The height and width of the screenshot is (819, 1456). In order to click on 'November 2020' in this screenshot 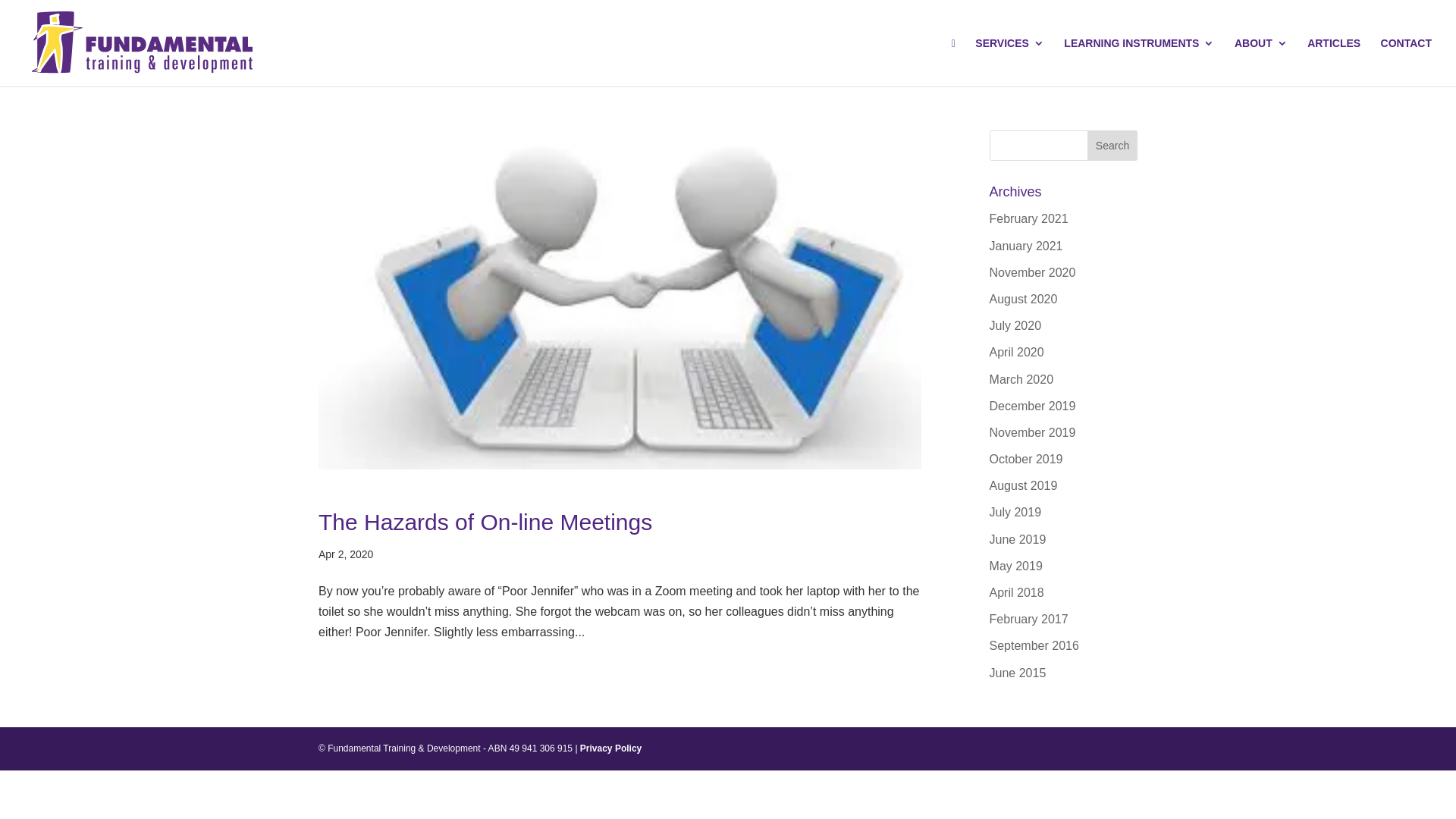, I will do `click(1032, 271)`.